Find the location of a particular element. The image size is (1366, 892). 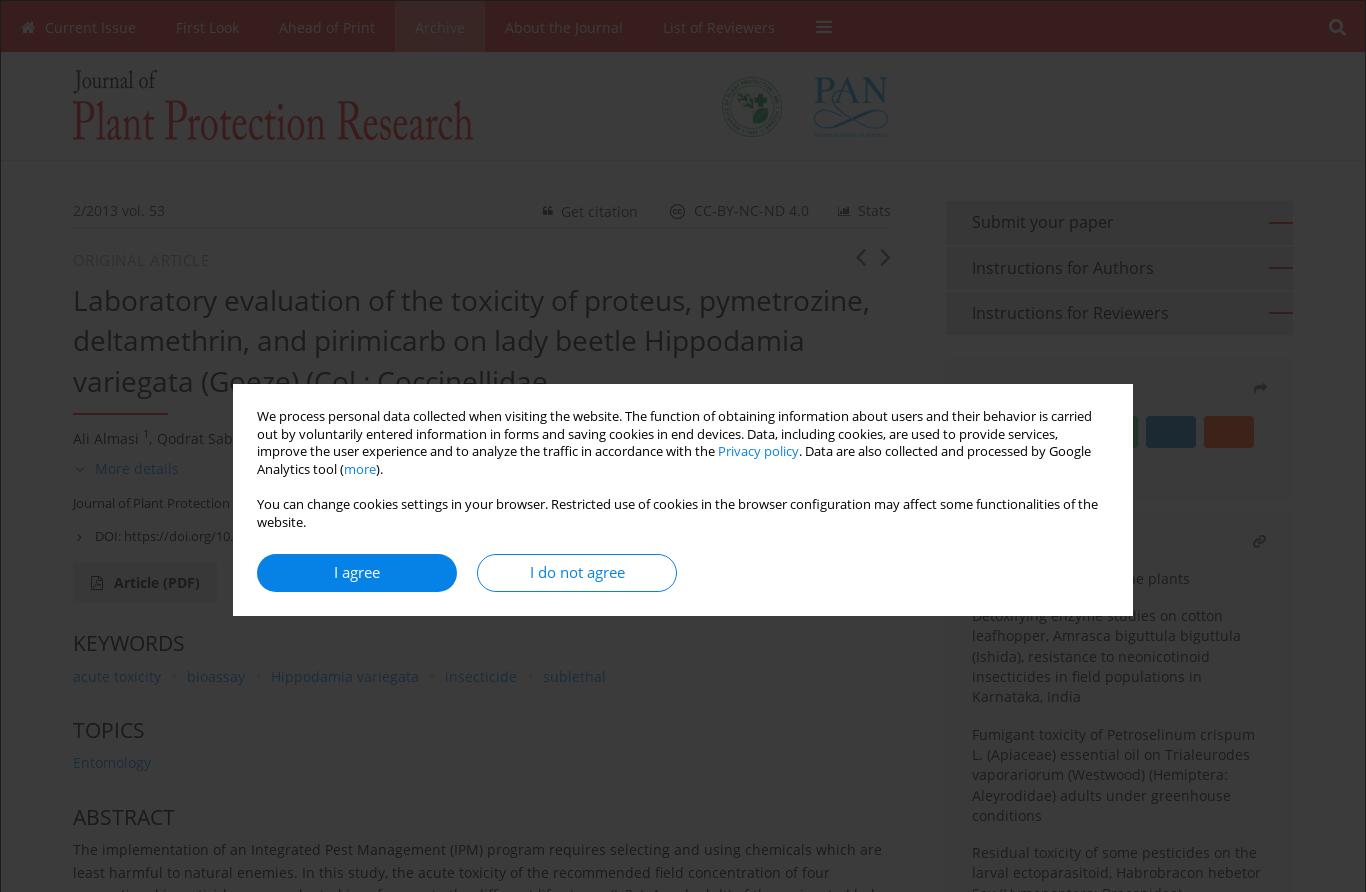

'More details' is located at coordinates (136, 467).